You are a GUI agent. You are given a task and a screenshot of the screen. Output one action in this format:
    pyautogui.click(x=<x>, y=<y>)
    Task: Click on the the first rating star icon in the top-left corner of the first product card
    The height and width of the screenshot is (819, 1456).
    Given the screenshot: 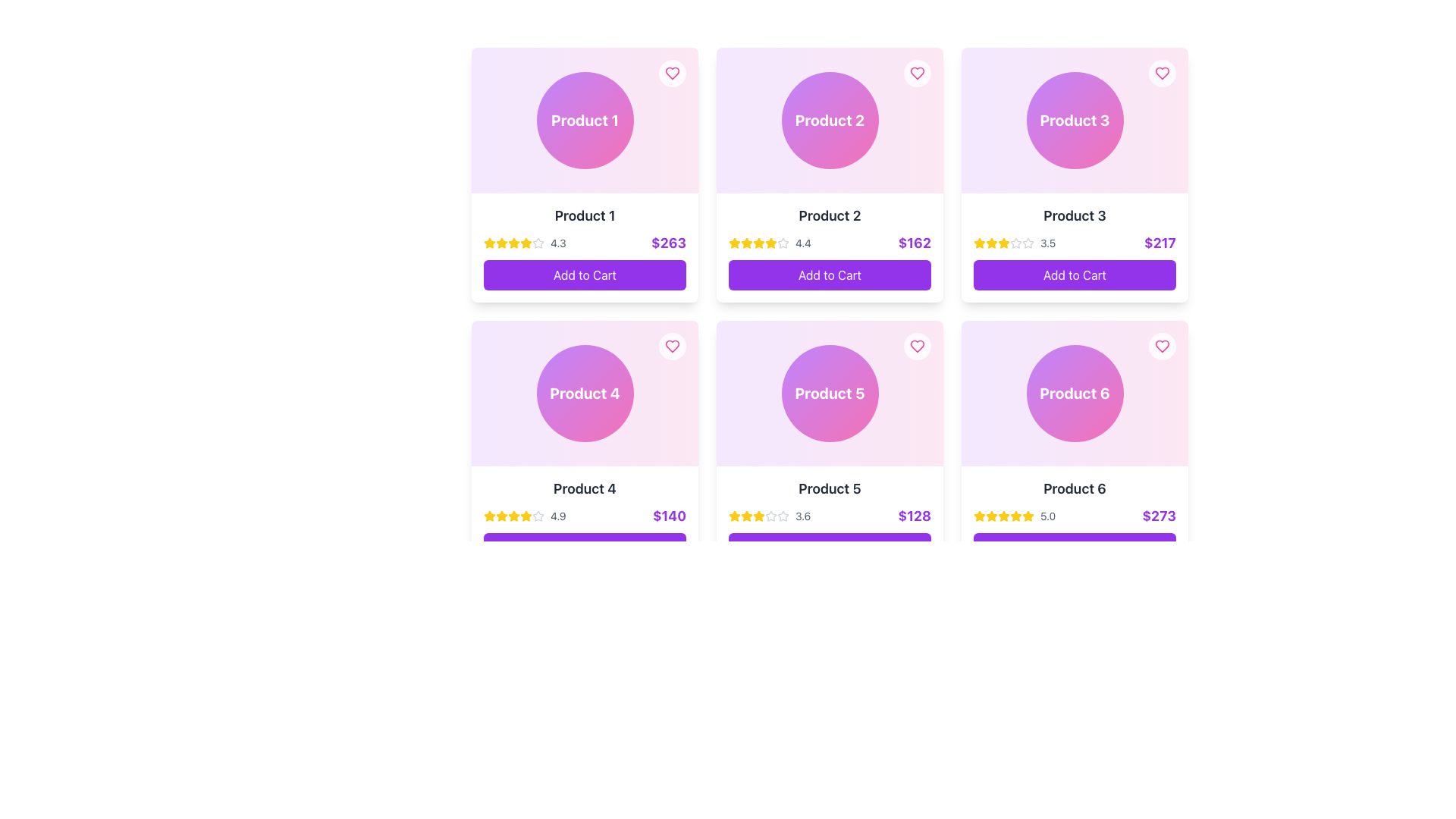 What is the action you would take?
    pyautogui.click(x=490, y=242)
    